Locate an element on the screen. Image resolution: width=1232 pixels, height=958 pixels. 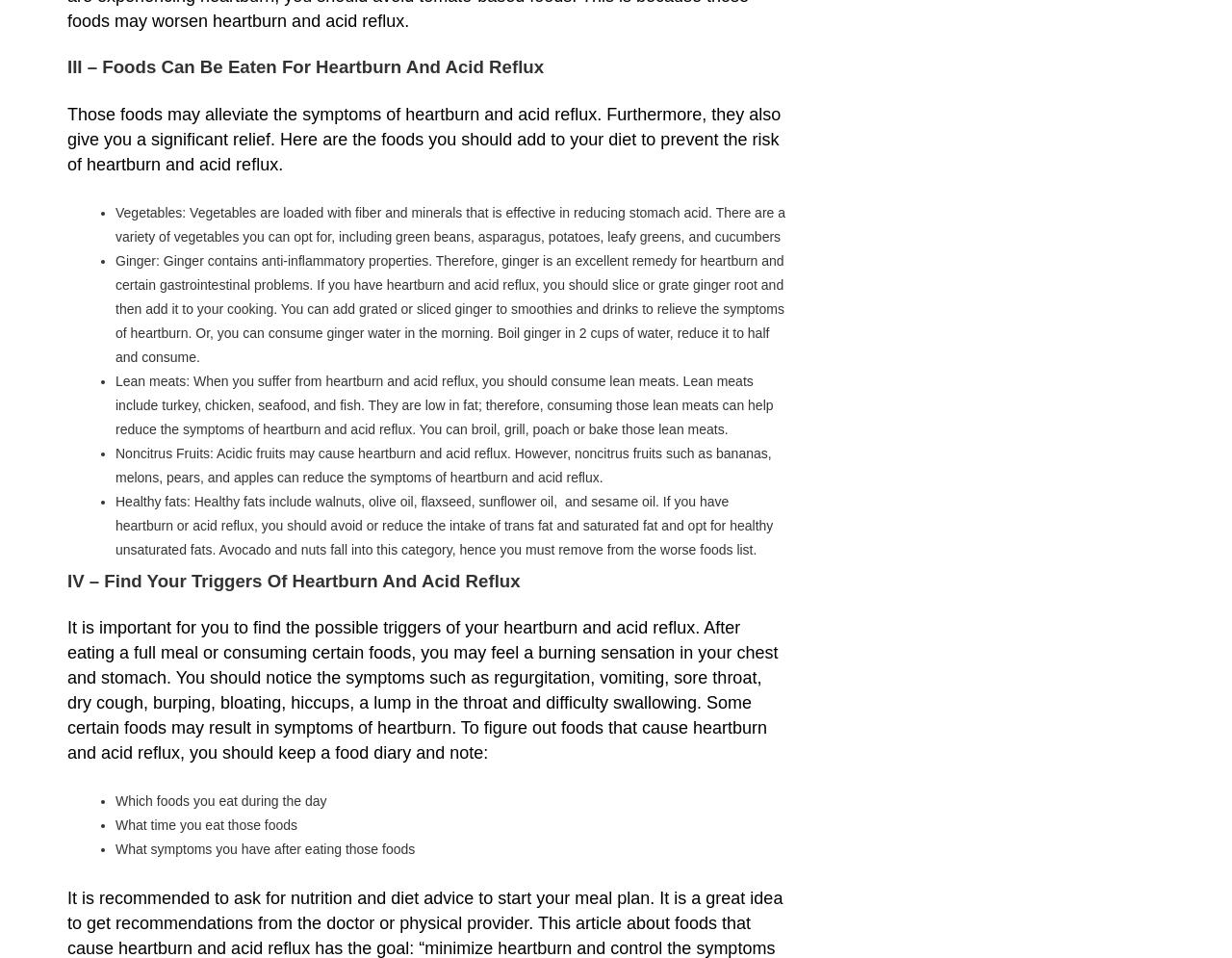
'IV – Find Your Triggers Of Heartburn And Acid Reflux' is located at coordinates (293, 579).